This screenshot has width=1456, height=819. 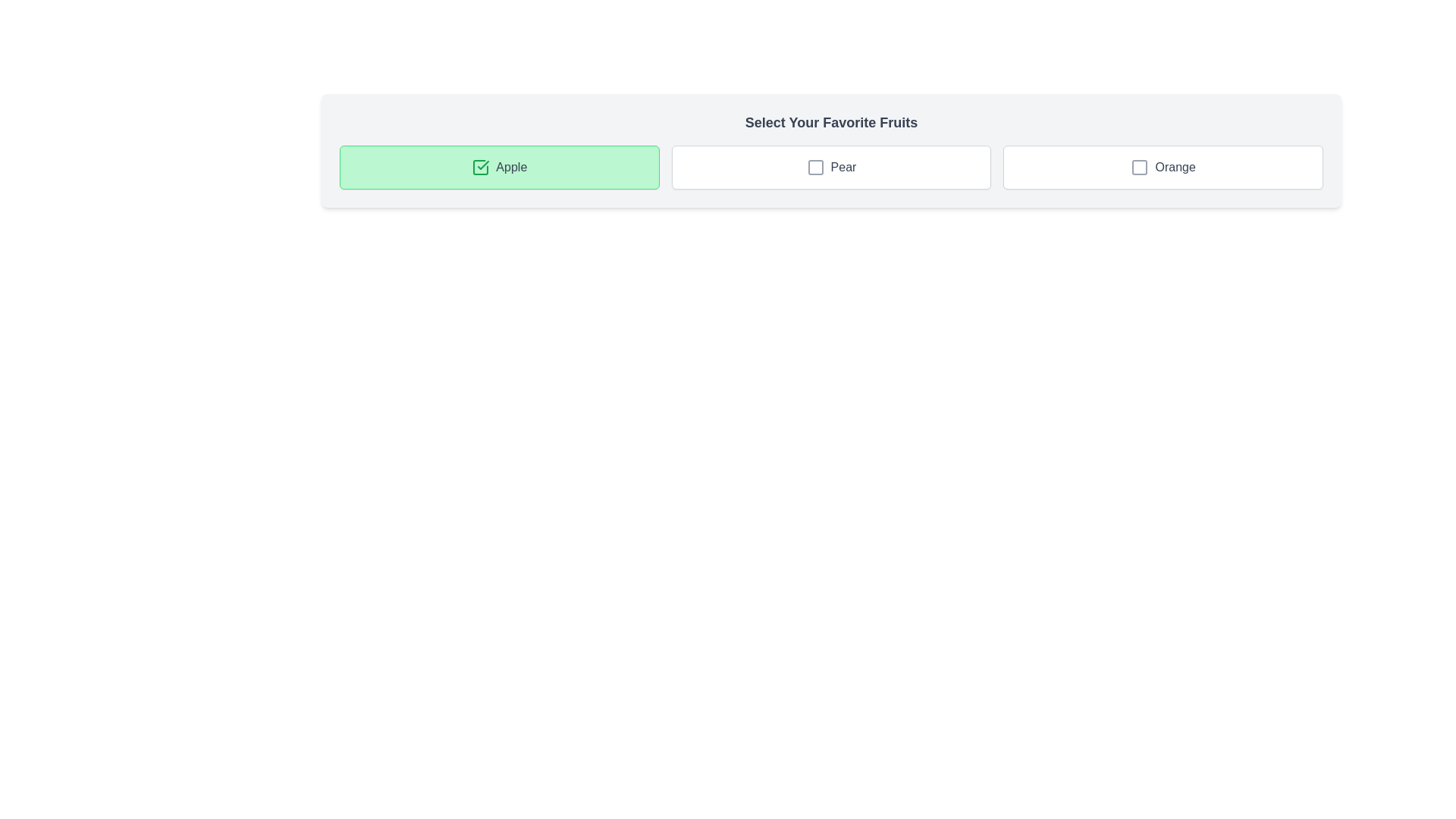 I want to click on the light green button labeled 'Apple' with a check icon, so click(x=499, y=167).